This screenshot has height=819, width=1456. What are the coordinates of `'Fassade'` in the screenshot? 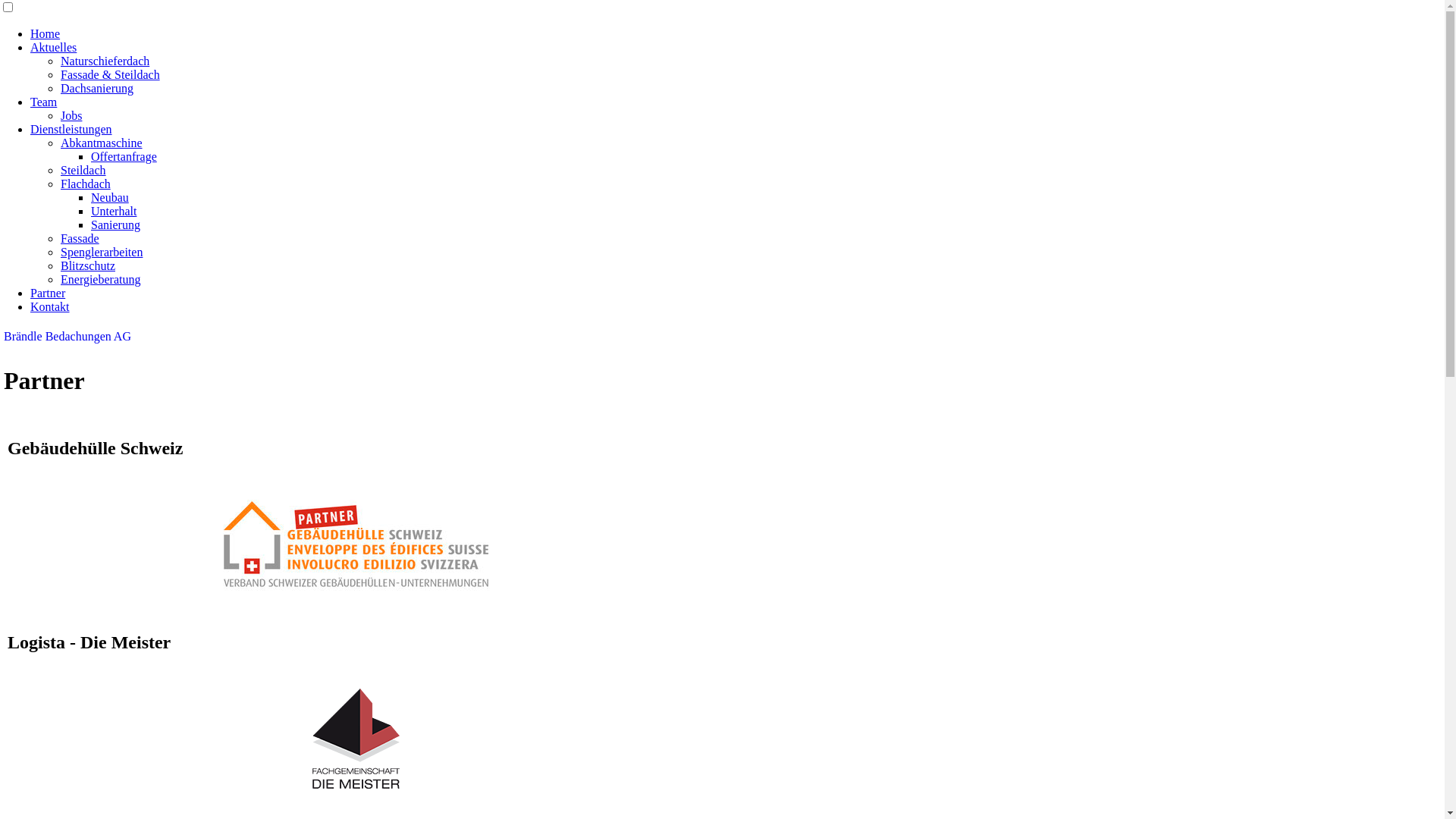 It's located at (79, 238).